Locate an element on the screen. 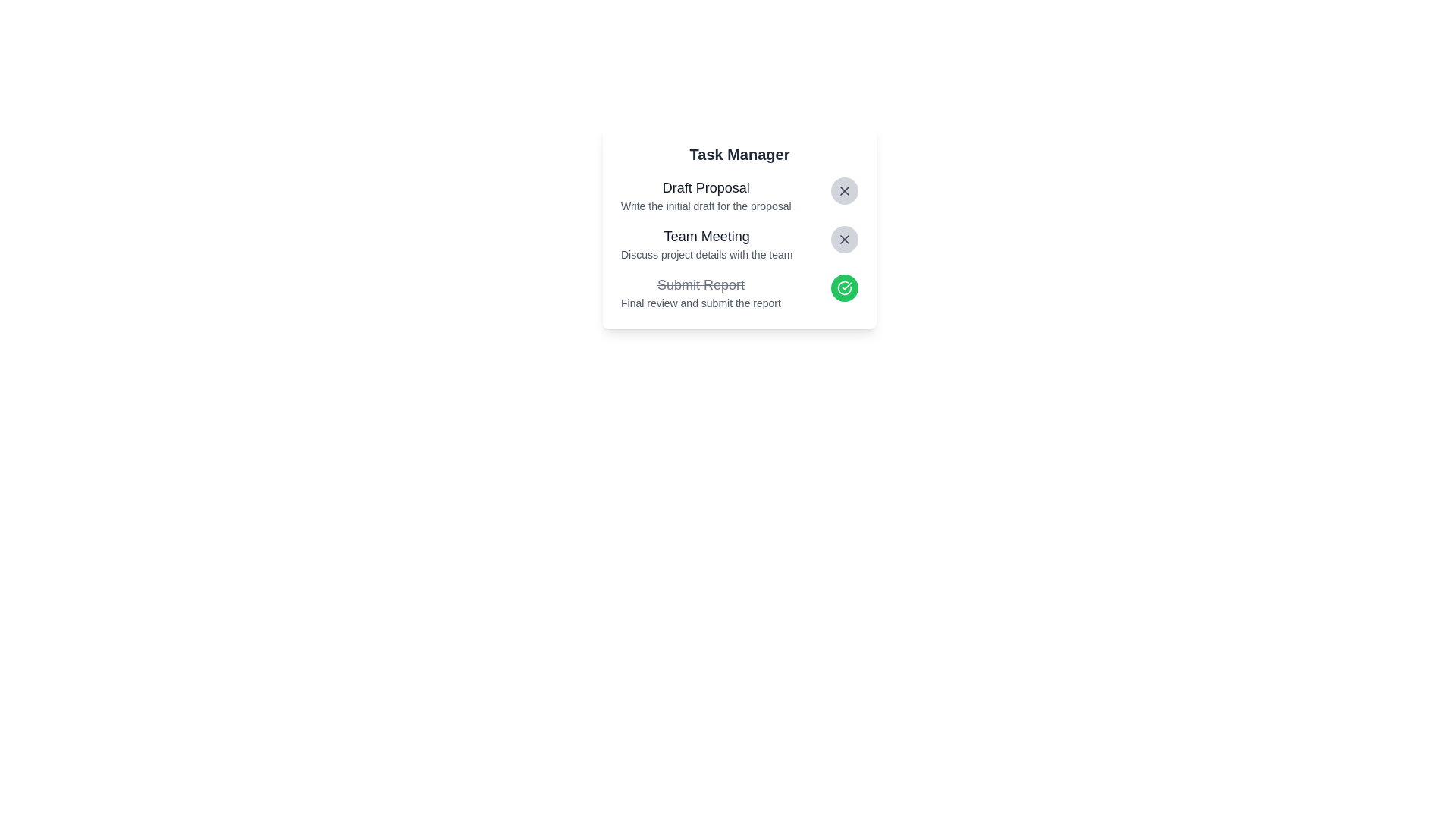 The width and height of the screenshot is (1456, 819). label that contains the text 'Draft Proposal' which is positioned at the top of its group in the task management interface is located at coordinates (705, 187).